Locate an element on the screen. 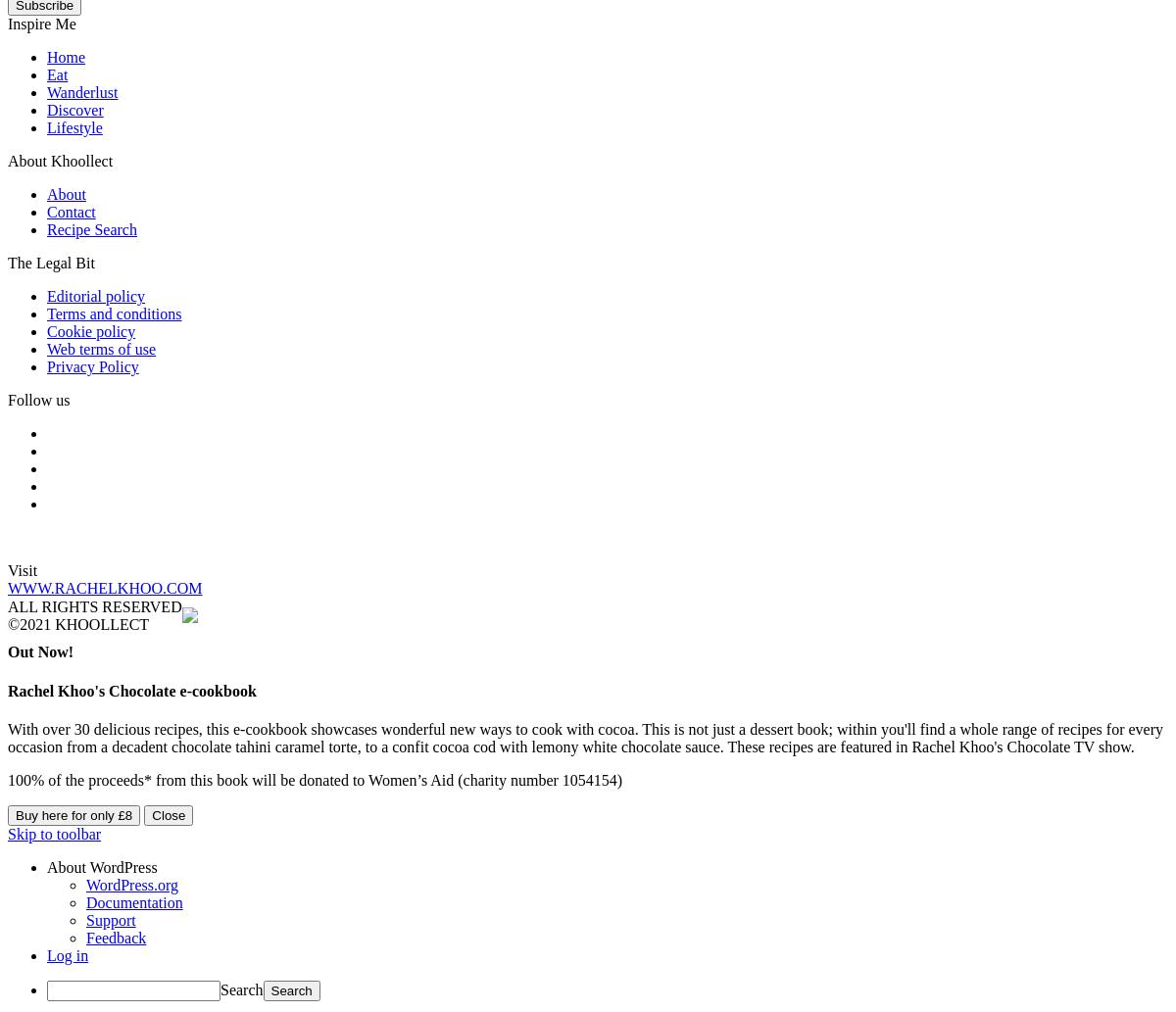 The image size is (1176, 1012). 'Close' is located at coordinates (167, 814).